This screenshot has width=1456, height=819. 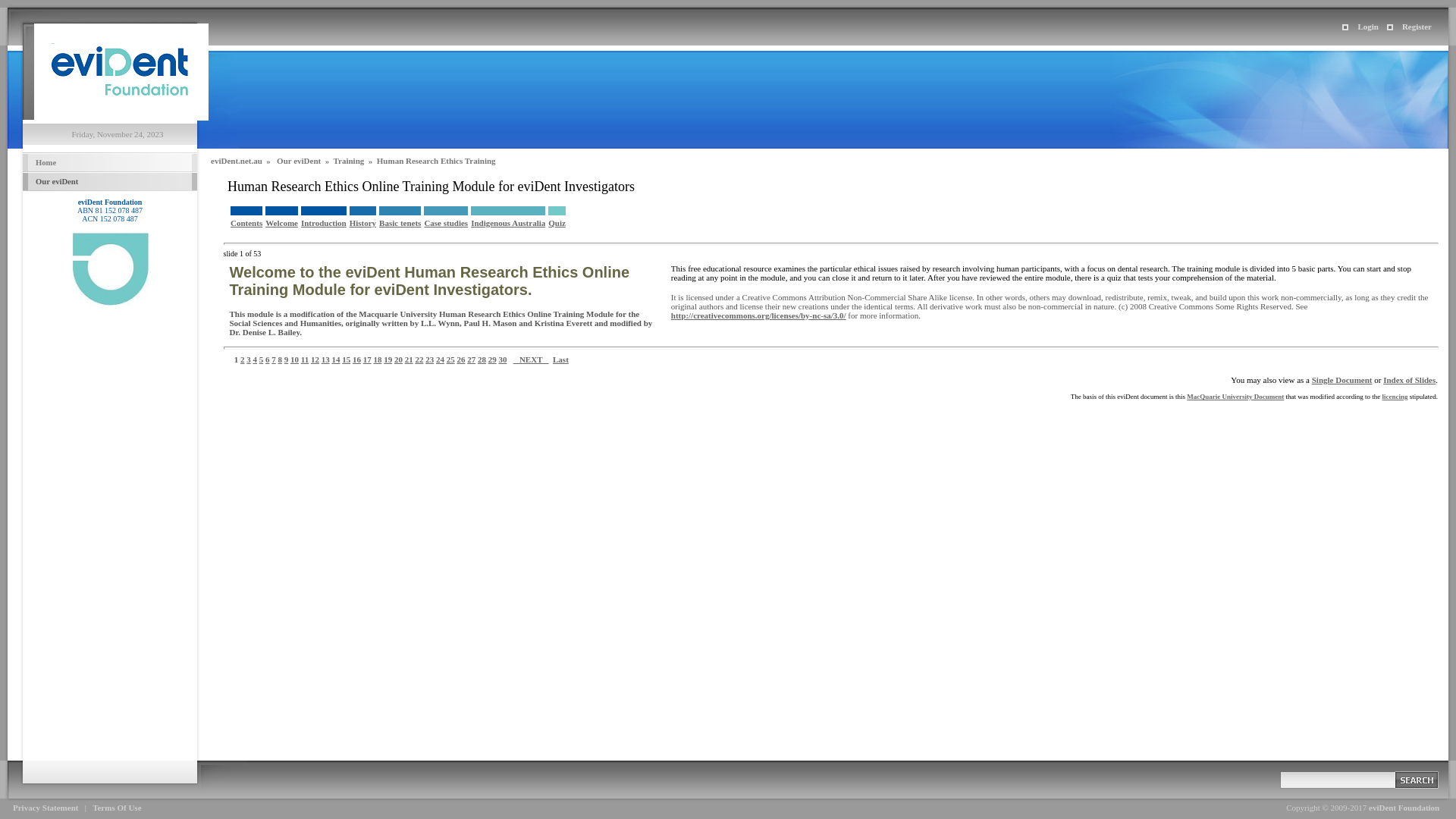 I want to click on '13', so click(x=325, y=359).